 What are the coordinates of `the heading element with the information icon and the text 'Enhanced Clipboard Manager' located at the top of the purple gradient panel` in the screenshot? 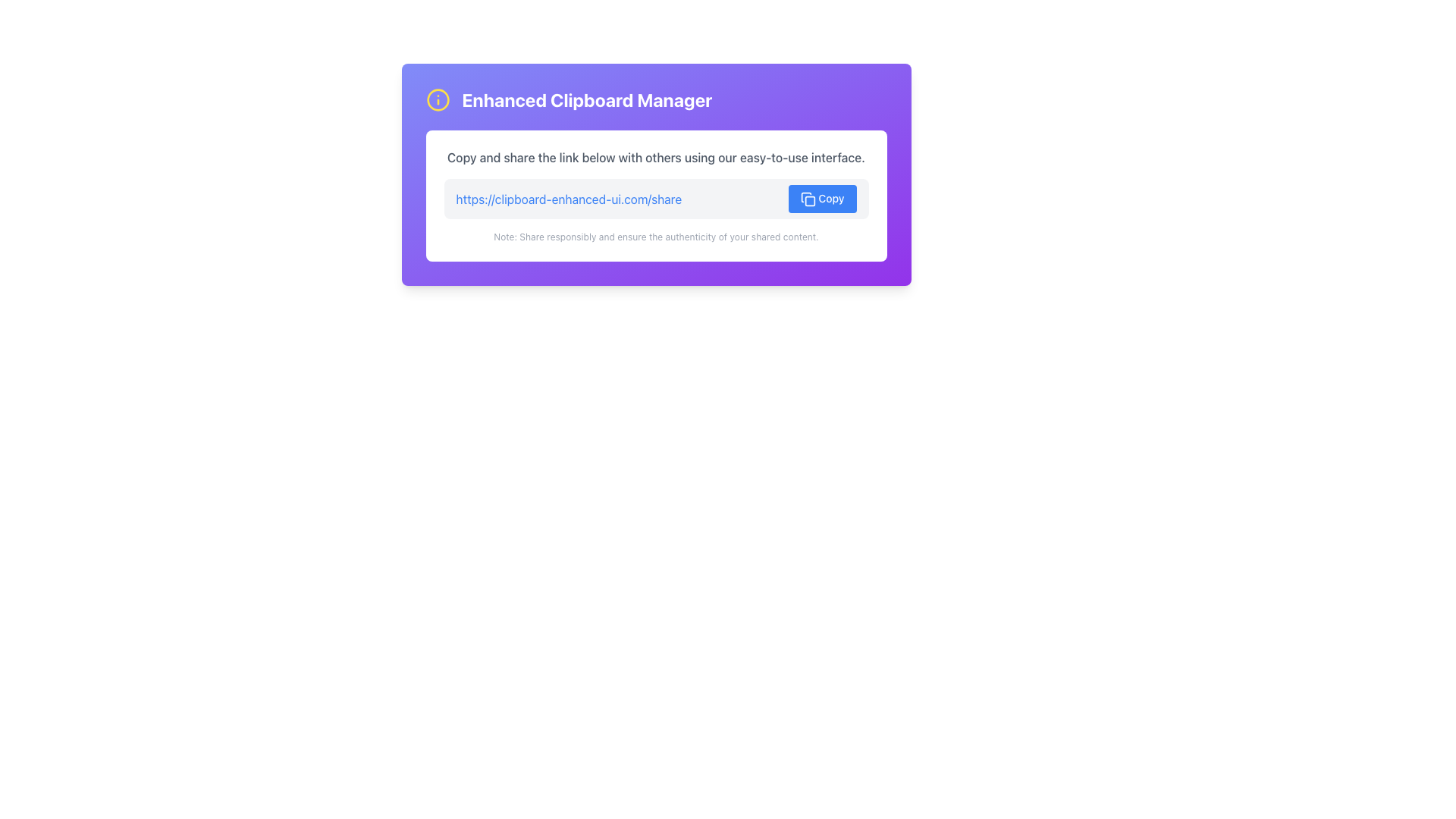 It's located at (656, 99).